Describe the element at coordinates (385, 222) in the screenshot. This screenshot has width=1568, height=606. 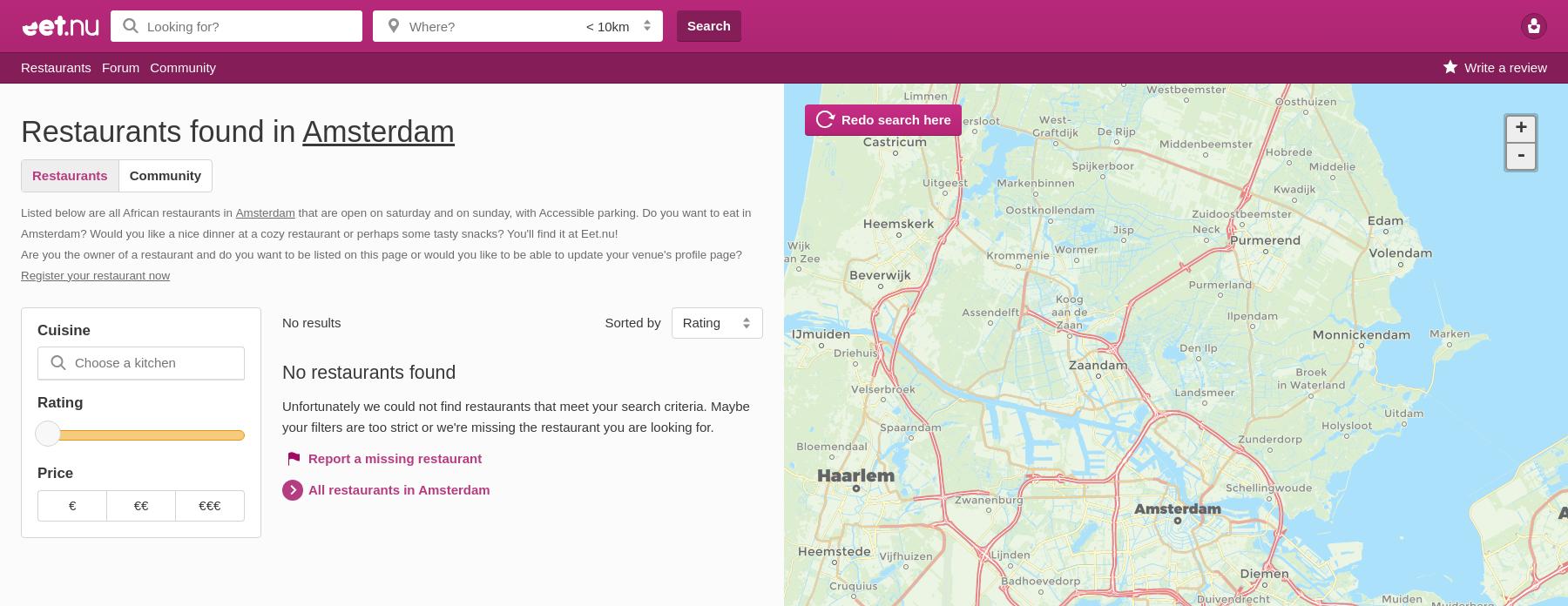
I see `'that are open on saturday and on sunday, with Accessible parking. Do you want to eat in Amsterdam?  Would you like a nice dinner at a cozy restaurant or perhaps some tasty snacks? You'll find it at Eet.nu!'` at that location.